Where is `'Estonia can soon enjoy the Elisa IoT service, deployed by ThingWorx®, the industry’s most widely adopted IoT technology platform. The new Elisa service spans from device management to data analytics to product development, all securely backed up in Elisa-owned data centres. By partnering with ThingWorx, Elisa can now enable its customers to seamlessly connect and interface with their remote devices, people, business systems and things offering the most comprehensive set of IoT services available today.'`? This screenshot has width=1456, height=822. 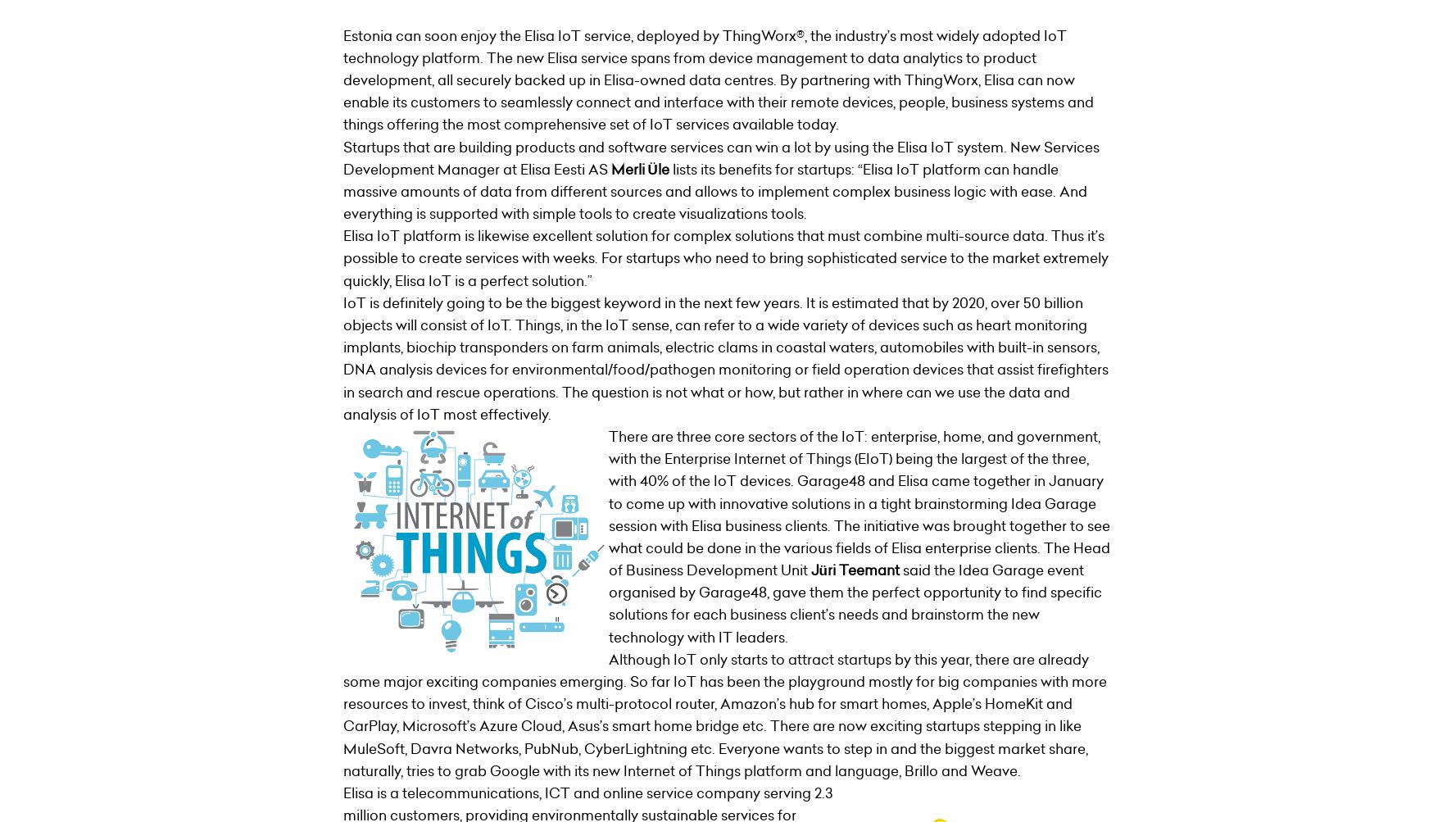 'Estonia can soon enjoy the Elisa IoT service, deployed by ThingWorx®, the industry’s most widely adopted IoT technology platform. The new Elisa service spans from device management to data analytics to product development, all securely backed up in Elisa-owned data centres. By partnering with ThingWorx, Elisa can now enable its customers to seamlessly connect and interface with their remote devices, people, business systems and things offering the most comprehensive set of IoT services available today.' is located at coordinates (717, 79).